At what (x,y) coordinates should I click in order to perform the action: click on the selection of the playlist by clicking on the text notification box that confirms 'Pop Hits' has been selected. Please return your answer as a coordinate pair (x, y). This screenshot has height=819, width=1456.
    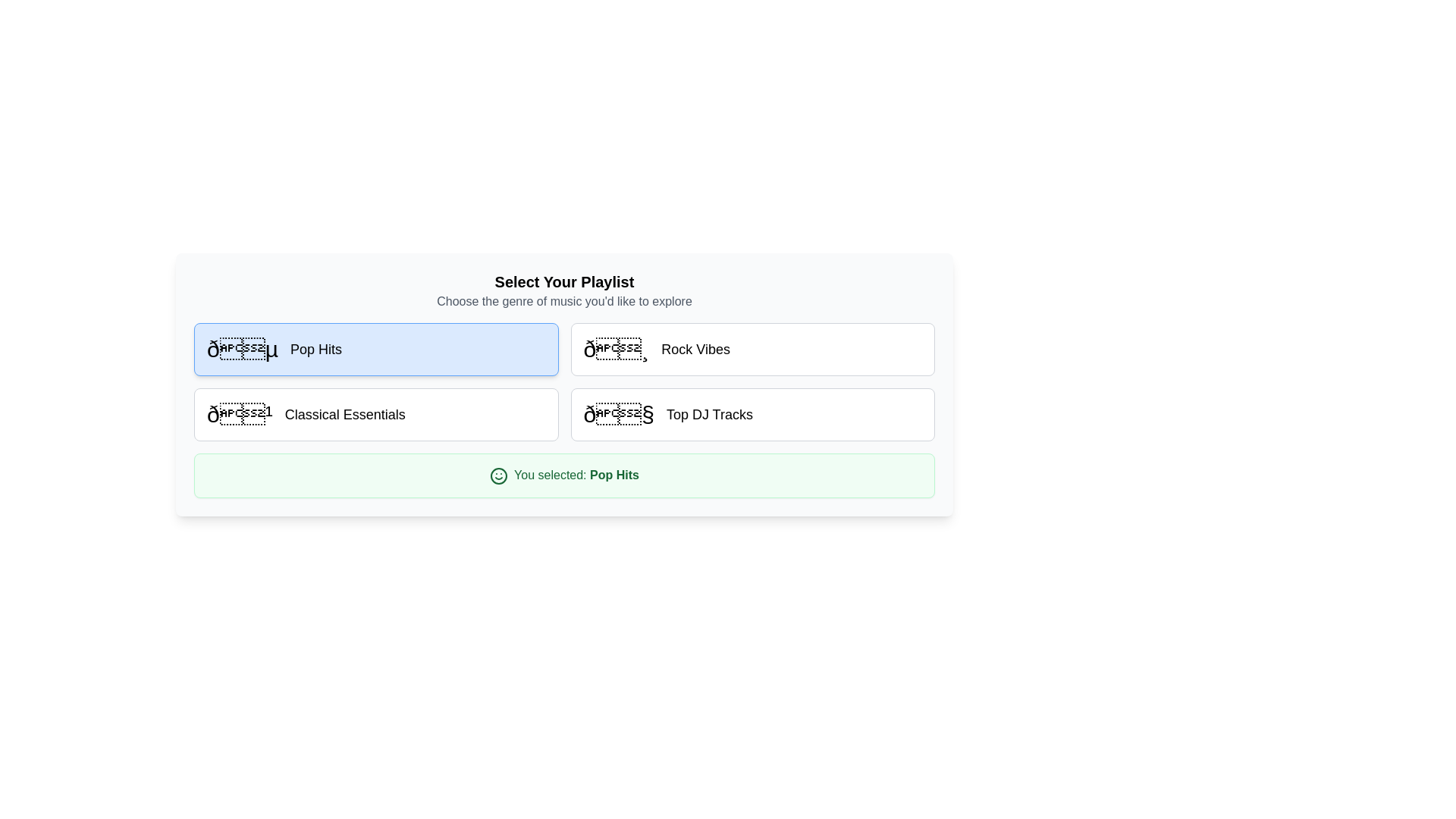
    Looking at the image, I should click on (563, 475).